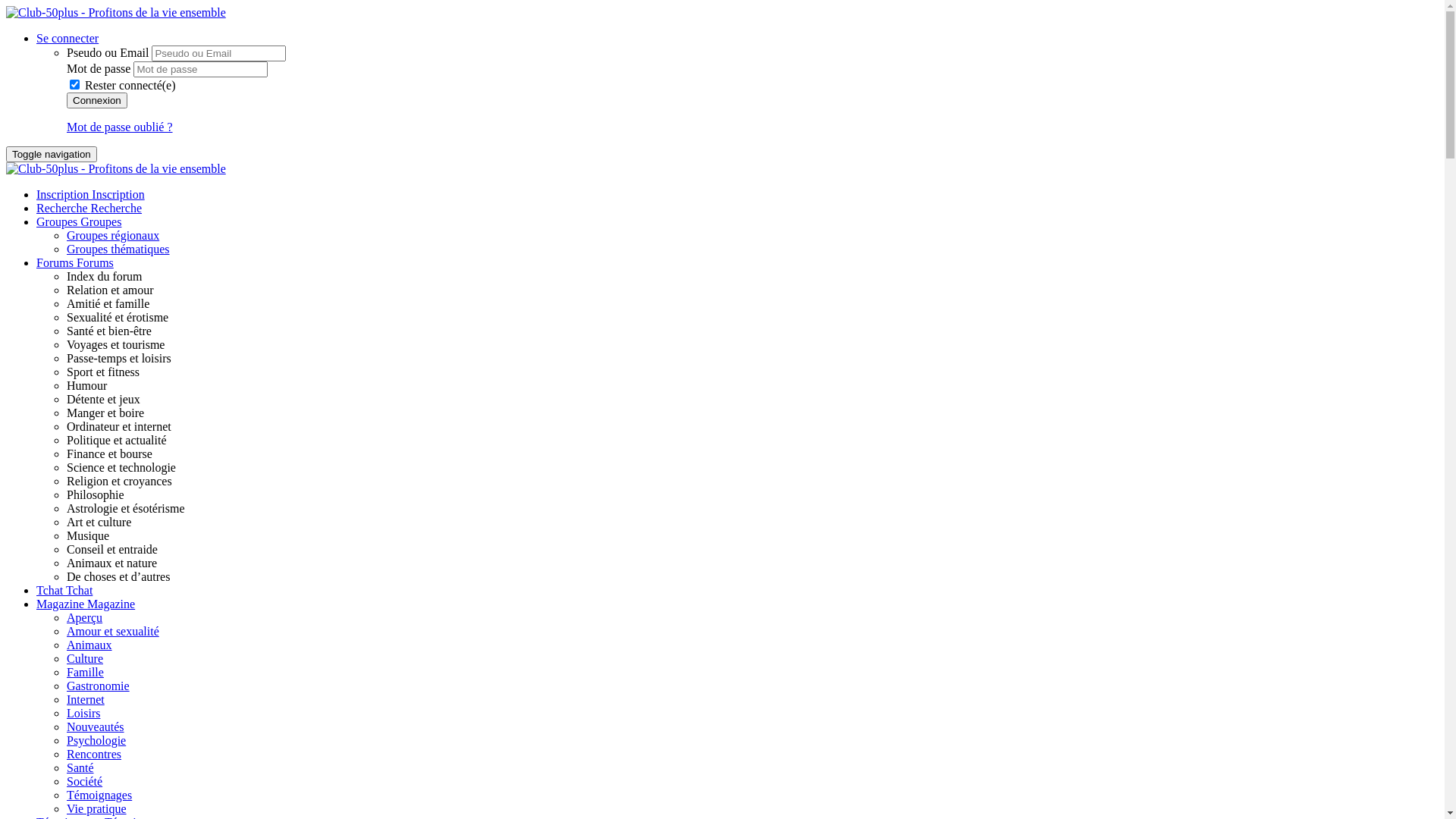 This screenshot has width=1456, height=819. I want to click on 'Rencontres', so click(93, 754).